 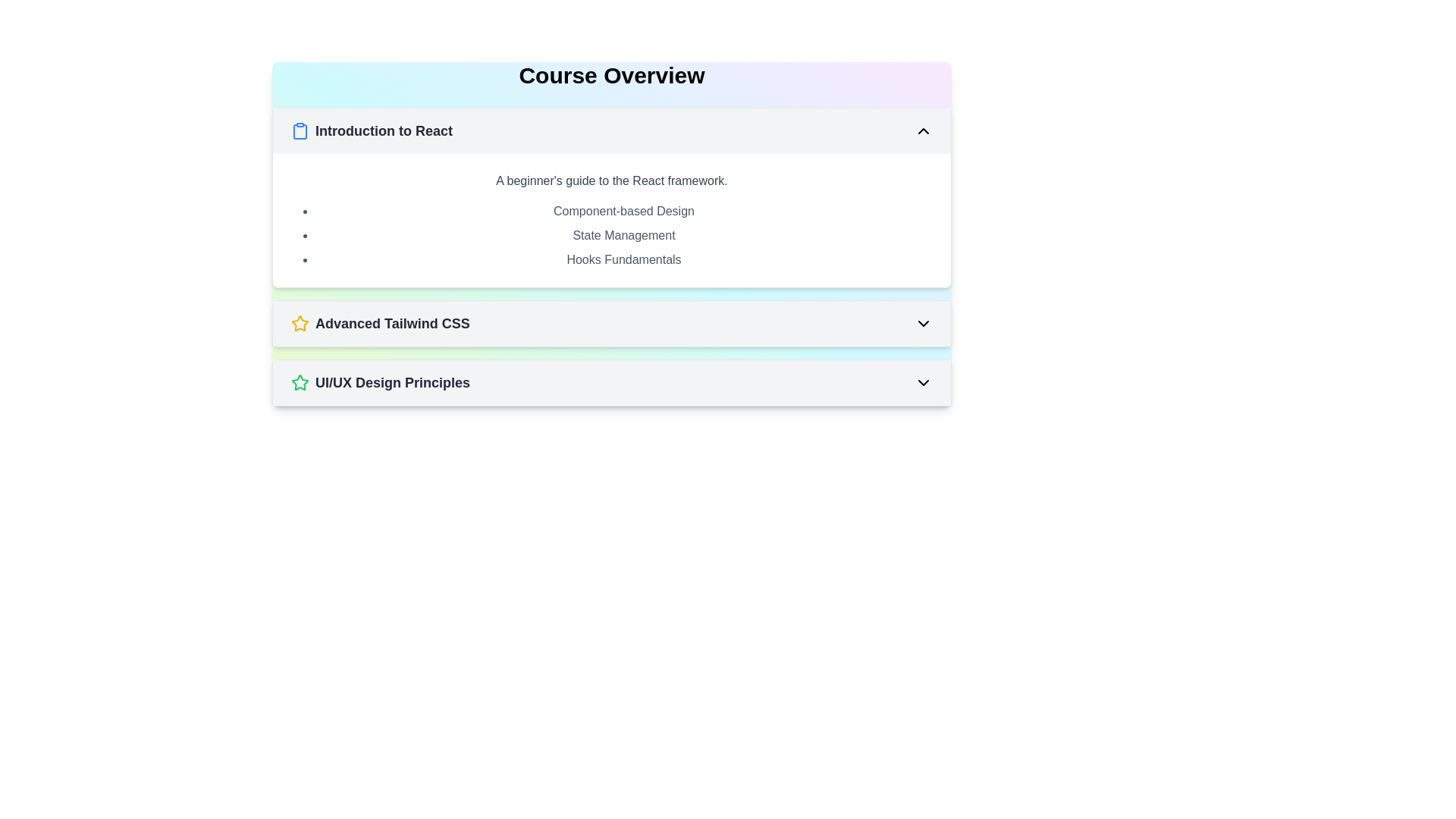 What do you see at coordinates (300, 322) in the screenshot?
I see `the icon that visually indicates the entry 'UI/UX Design Principles' in the list, positioned next to the text` at bounding box center [300, 322].